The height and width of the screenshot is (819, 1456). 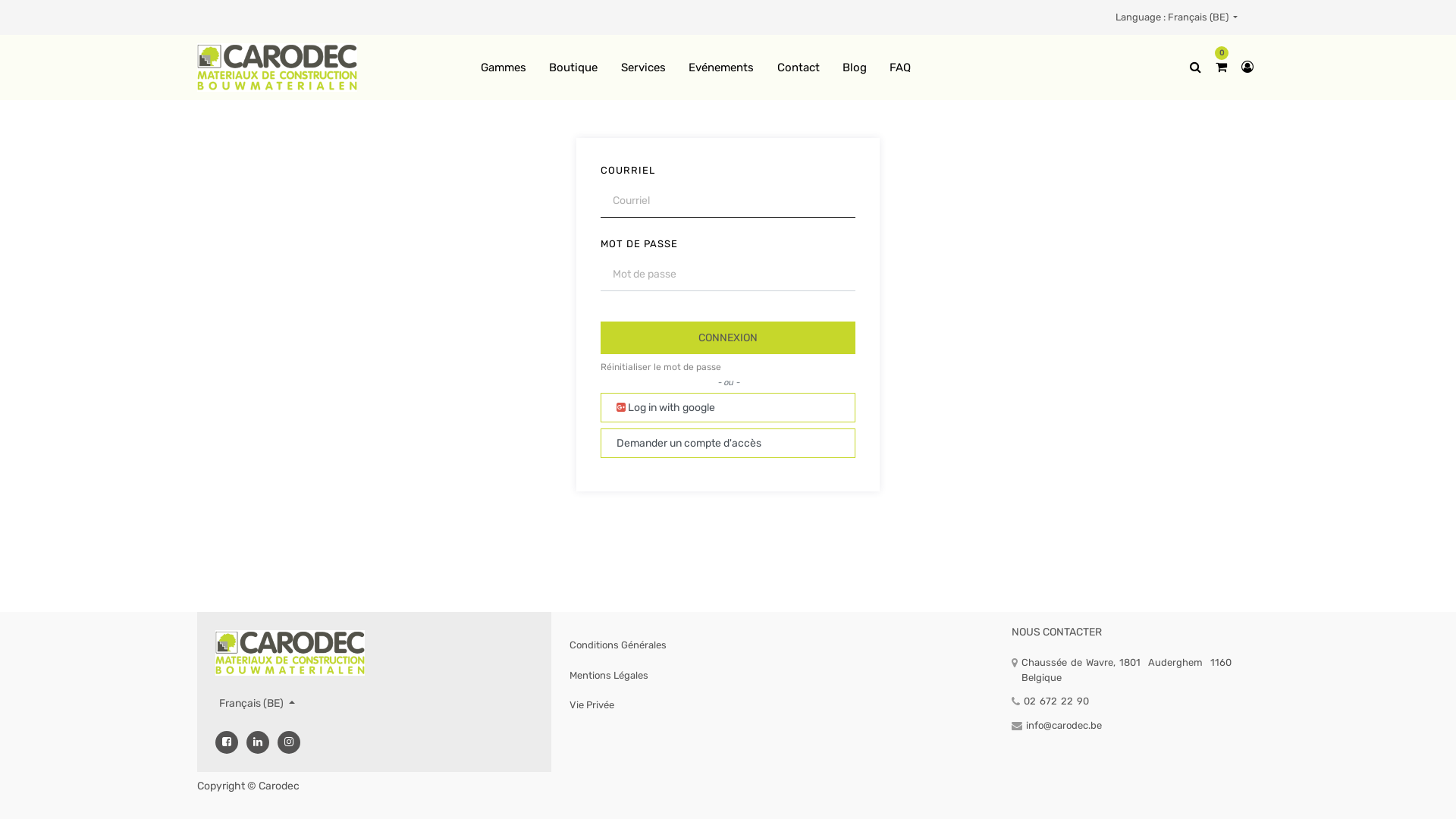 What do you see at coordinates (541, 67) in the screenshot?
I see `'Boutique'` at bounding box center [541, 67].